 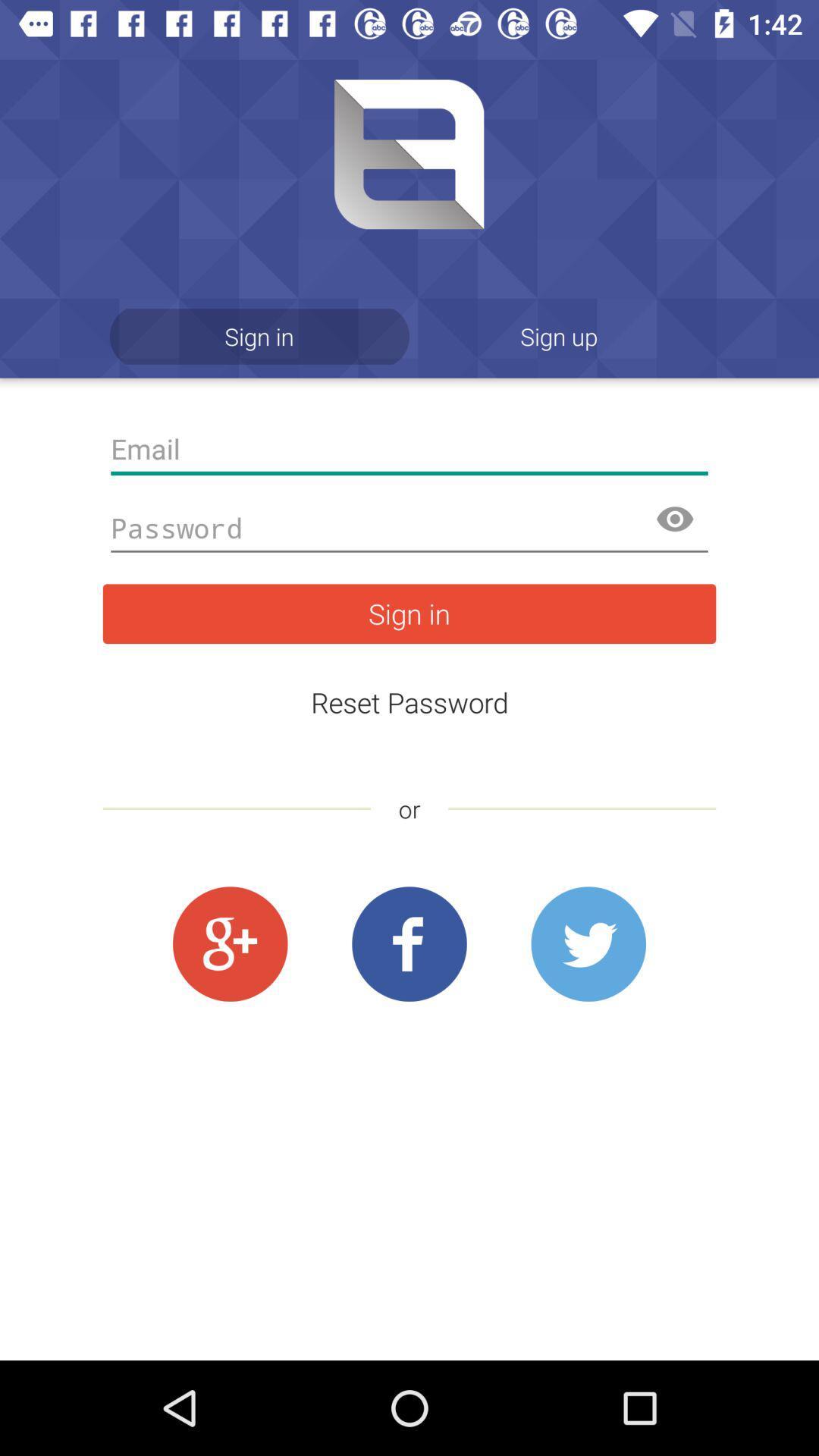 What do you see at coordinates (409, 701) in the screenshot?
I see `the icon above the or item` at bounding box center [409, 701].